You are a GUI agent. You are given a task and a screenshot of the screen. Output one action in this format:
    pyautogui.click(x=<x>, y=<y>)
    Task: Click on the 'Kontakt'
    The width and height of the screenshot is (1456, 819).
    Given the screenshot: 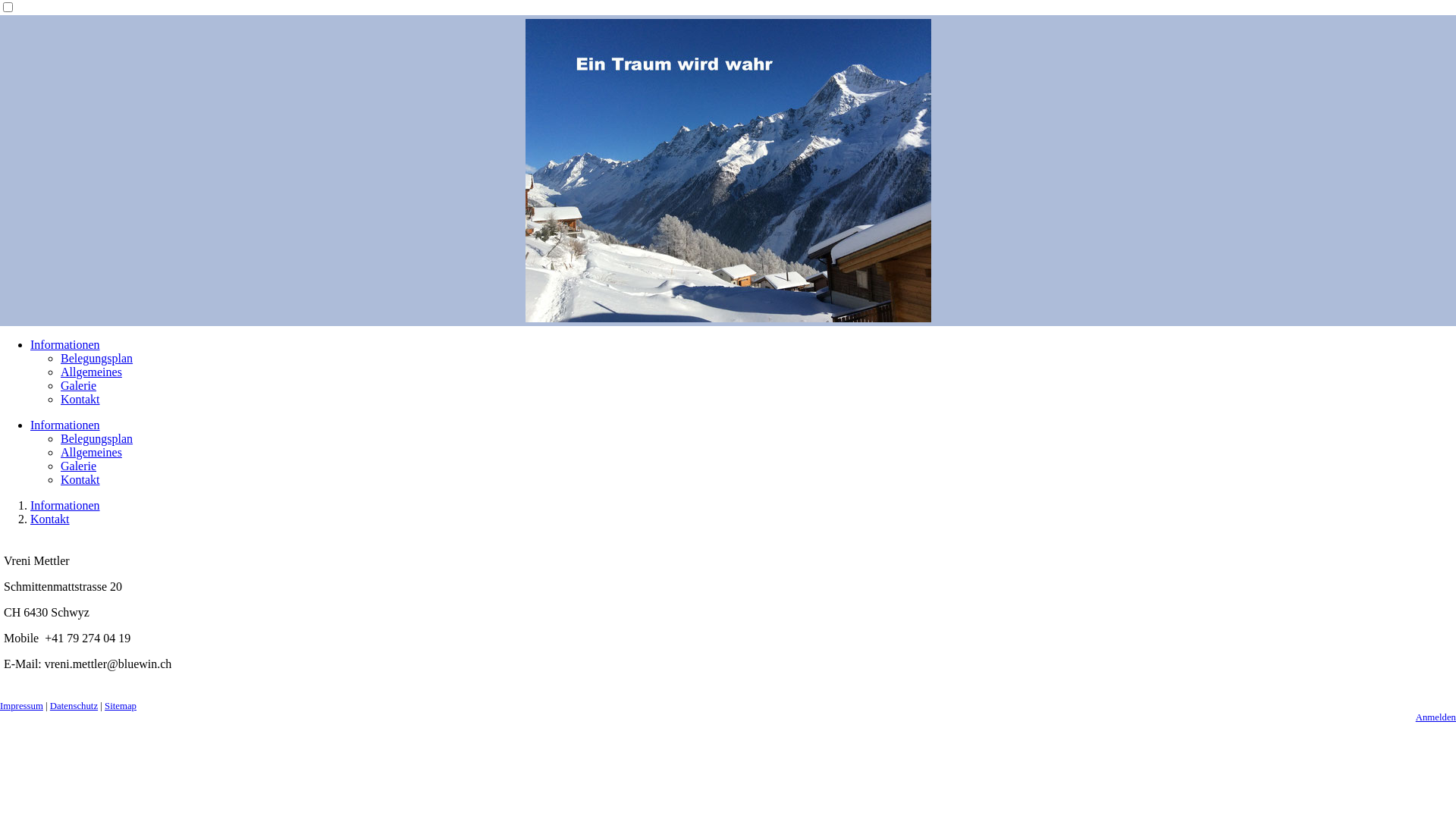 What is the action you would take?
    pyautogui.click(x=79, y=479)
    